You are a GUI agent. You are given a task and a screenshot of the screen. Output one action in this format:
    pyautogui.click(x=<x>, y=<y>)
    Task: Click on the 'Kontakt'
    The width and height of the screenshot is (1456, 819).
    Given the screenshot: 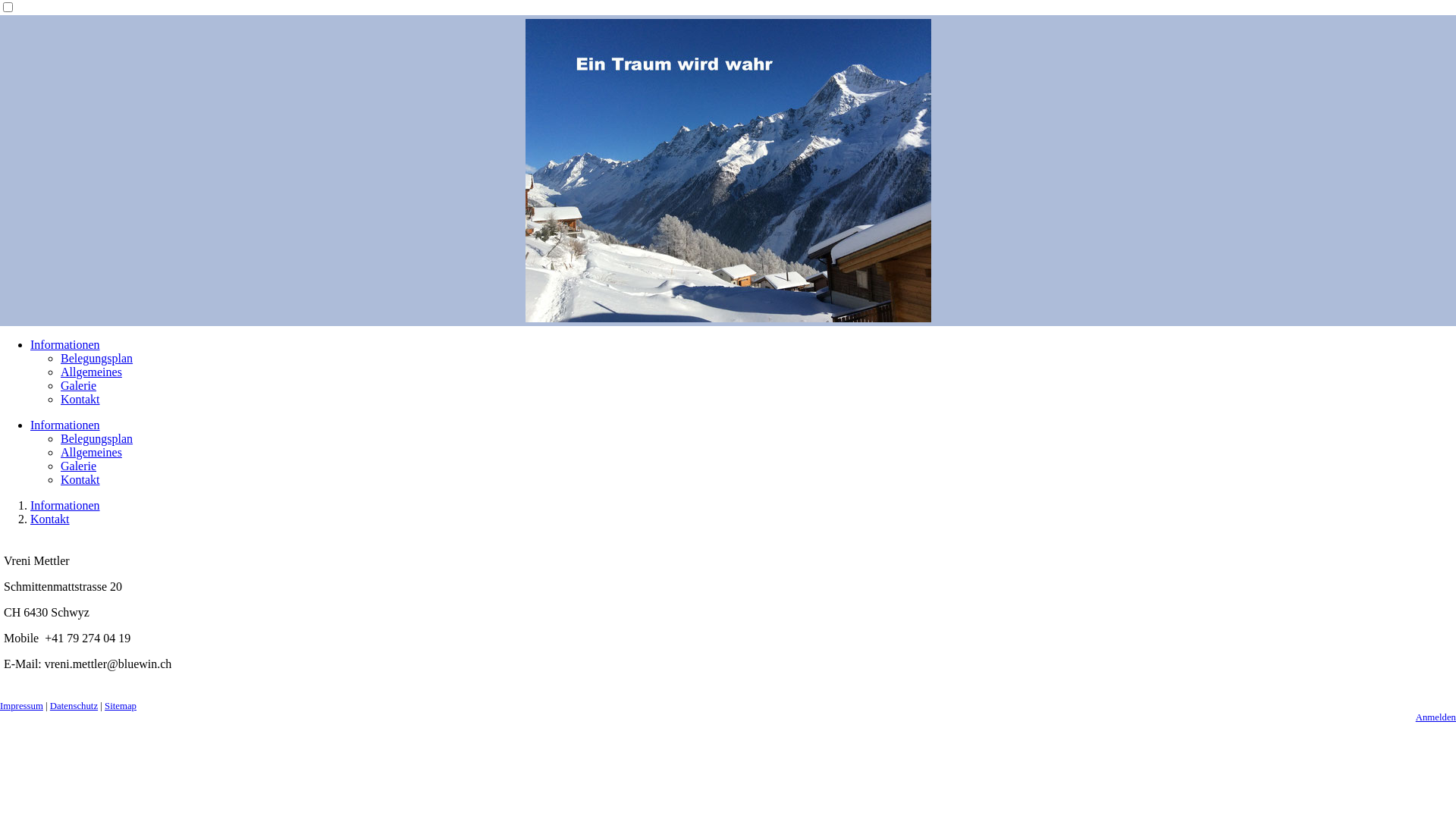 What is the action you would take?
    pyautogui.click(x=79, y=479)
    